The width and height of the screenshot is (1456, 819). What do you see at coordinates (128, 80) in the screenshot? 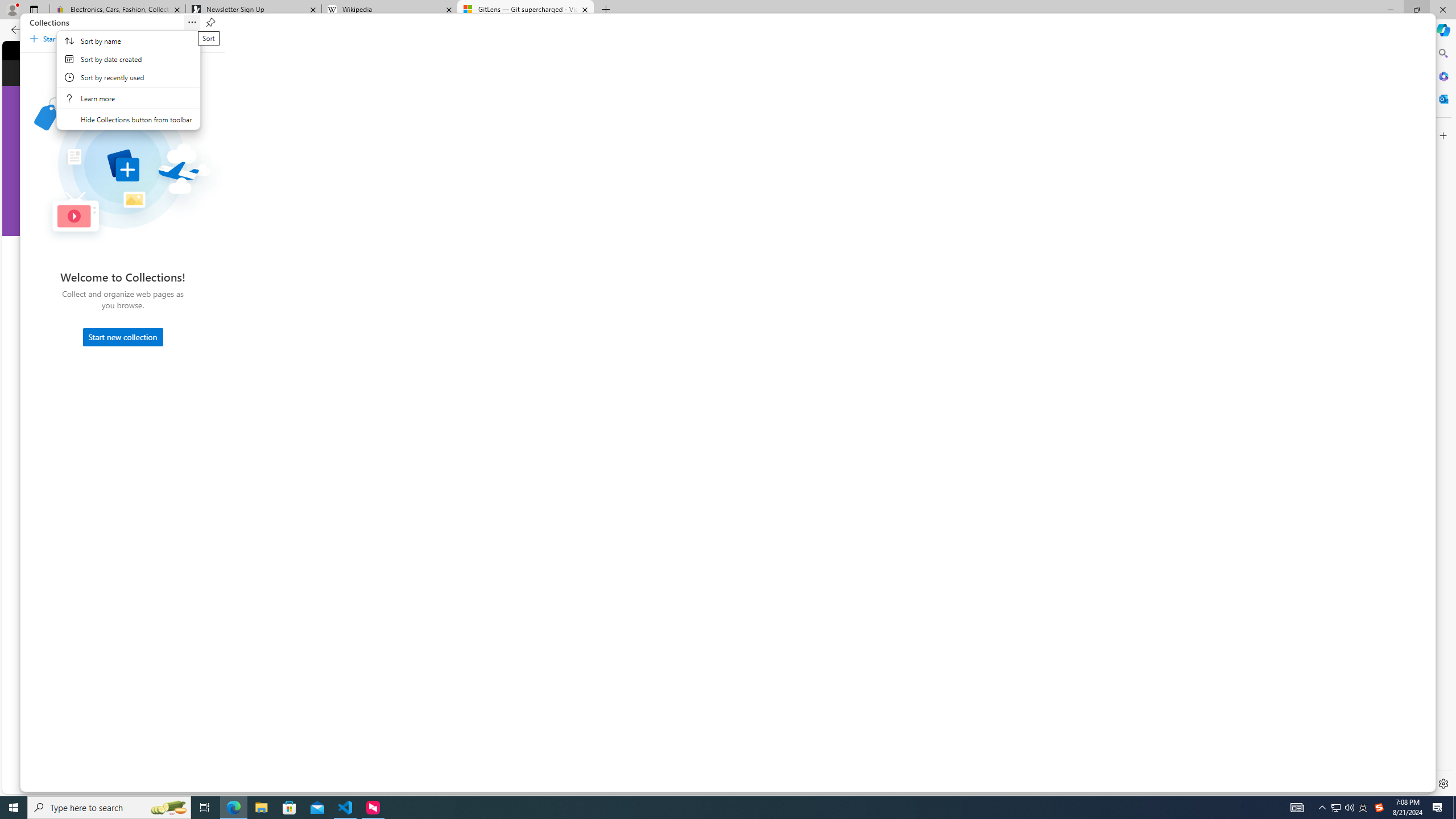
I see `'Context'` at bounding box center [128, 80].